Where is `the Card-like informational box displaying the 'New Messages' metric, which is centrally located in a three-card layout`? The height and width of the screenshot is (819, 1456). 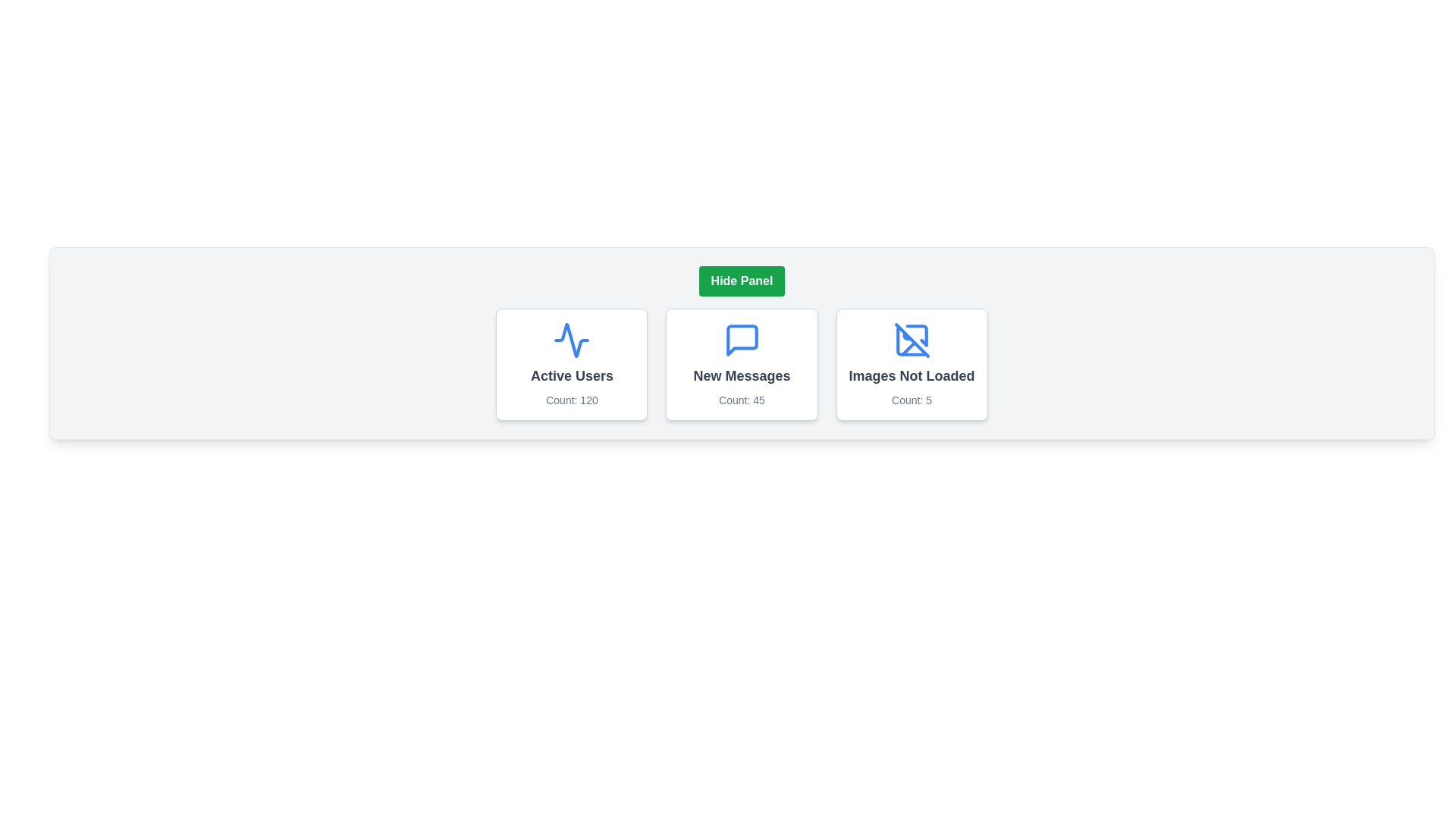 the Card-like informational box displaying the 'New Messages' metric, which is centrally located in a three-card layout is located at coordinates (742, 365).